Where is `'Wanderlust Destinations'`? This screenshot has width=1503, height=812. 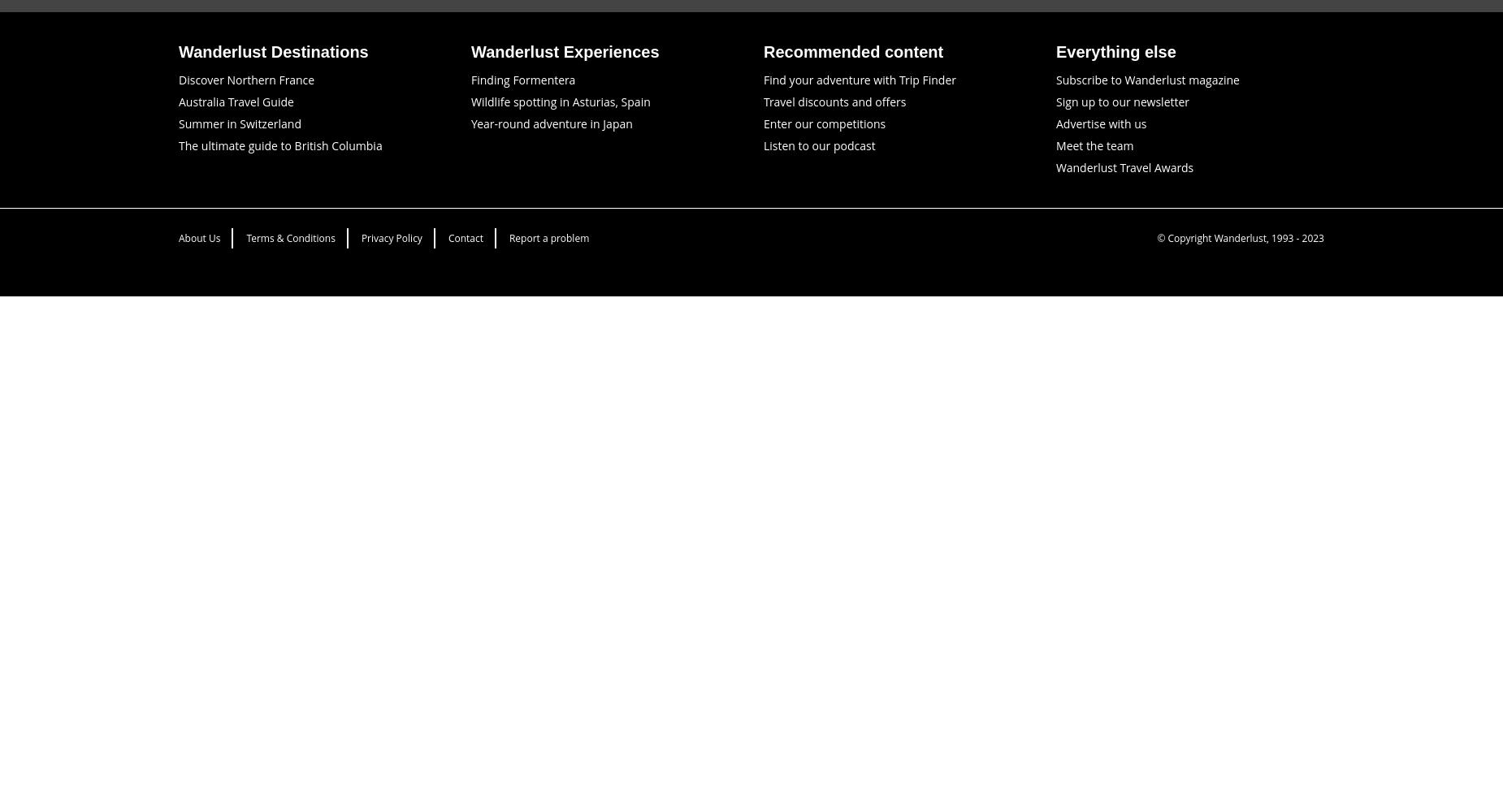
'Wanderlust Destinations' is located at coordinates (272, 50).